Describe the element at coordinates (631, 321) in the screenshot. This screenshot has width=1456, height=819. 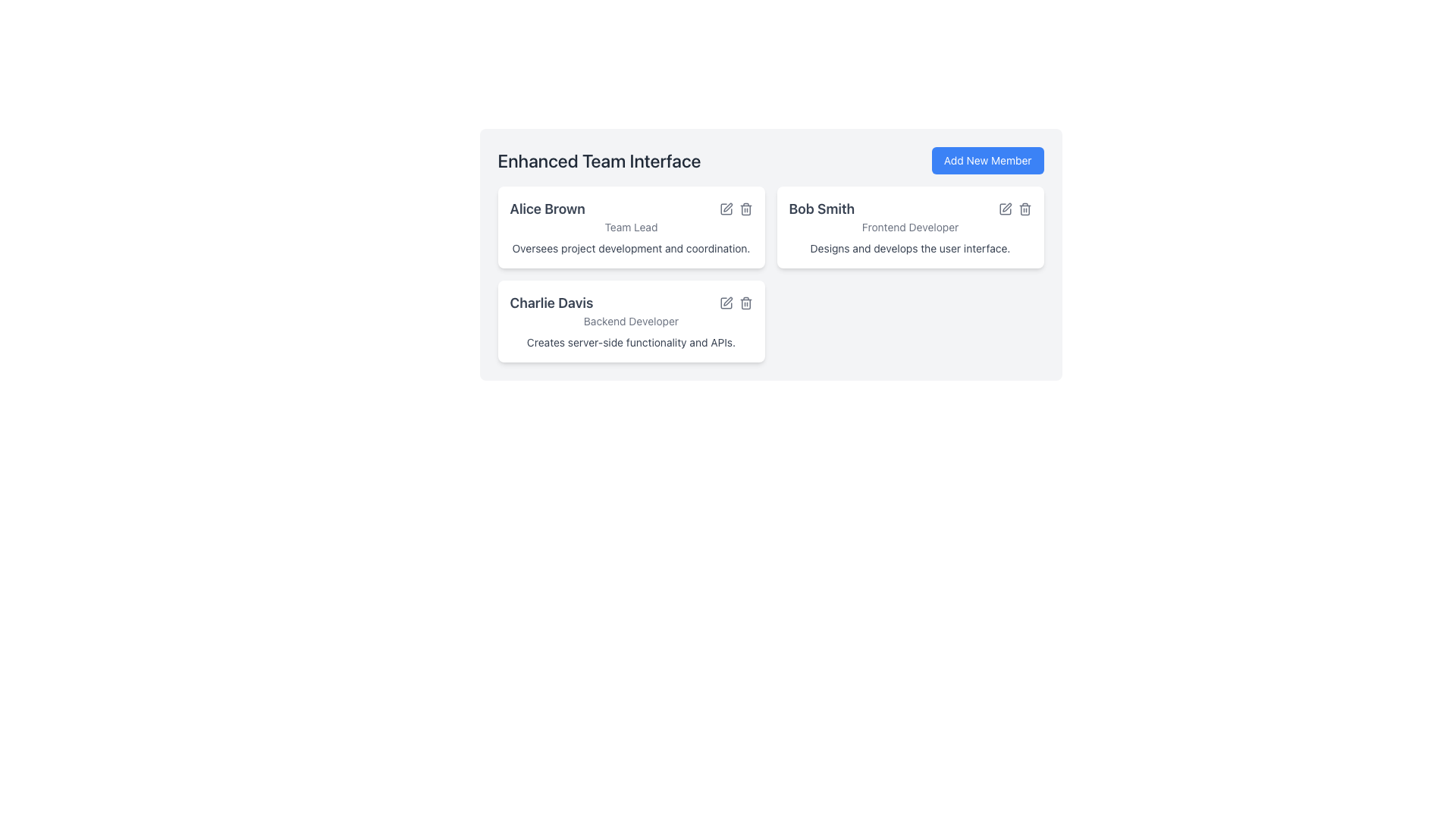
I see `the static text label displaying 'Backend Developer', which is located in the middle of the card representing the user 'Charlie Davis'` at that location.